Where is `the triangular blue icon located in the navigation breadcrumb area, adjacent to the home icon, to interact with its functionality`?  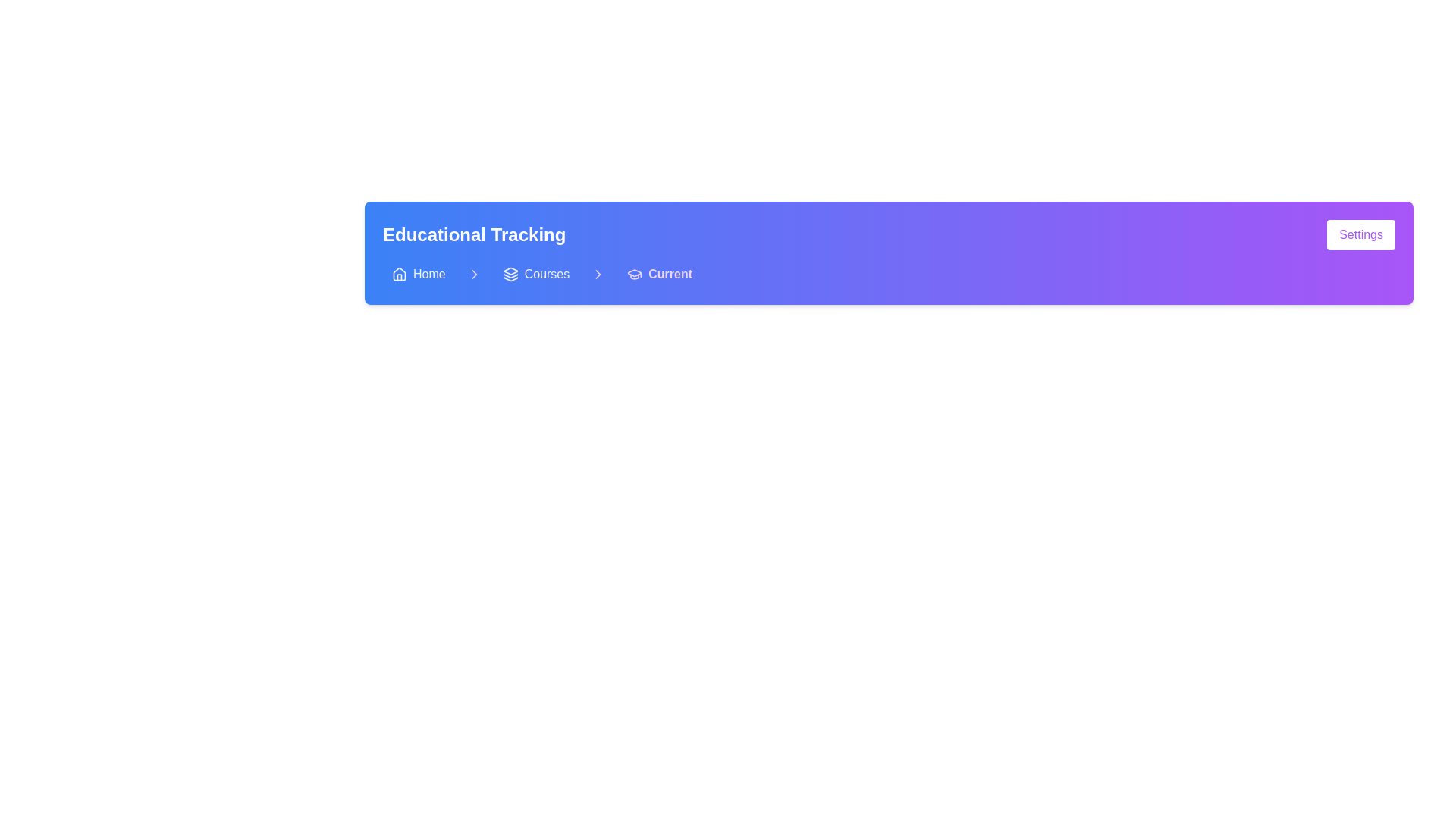 the triangular blue icon located in the navigation breadcrumb area, adjacent to the home icon, to interact with its functionality is located at coordinates (510, 270).